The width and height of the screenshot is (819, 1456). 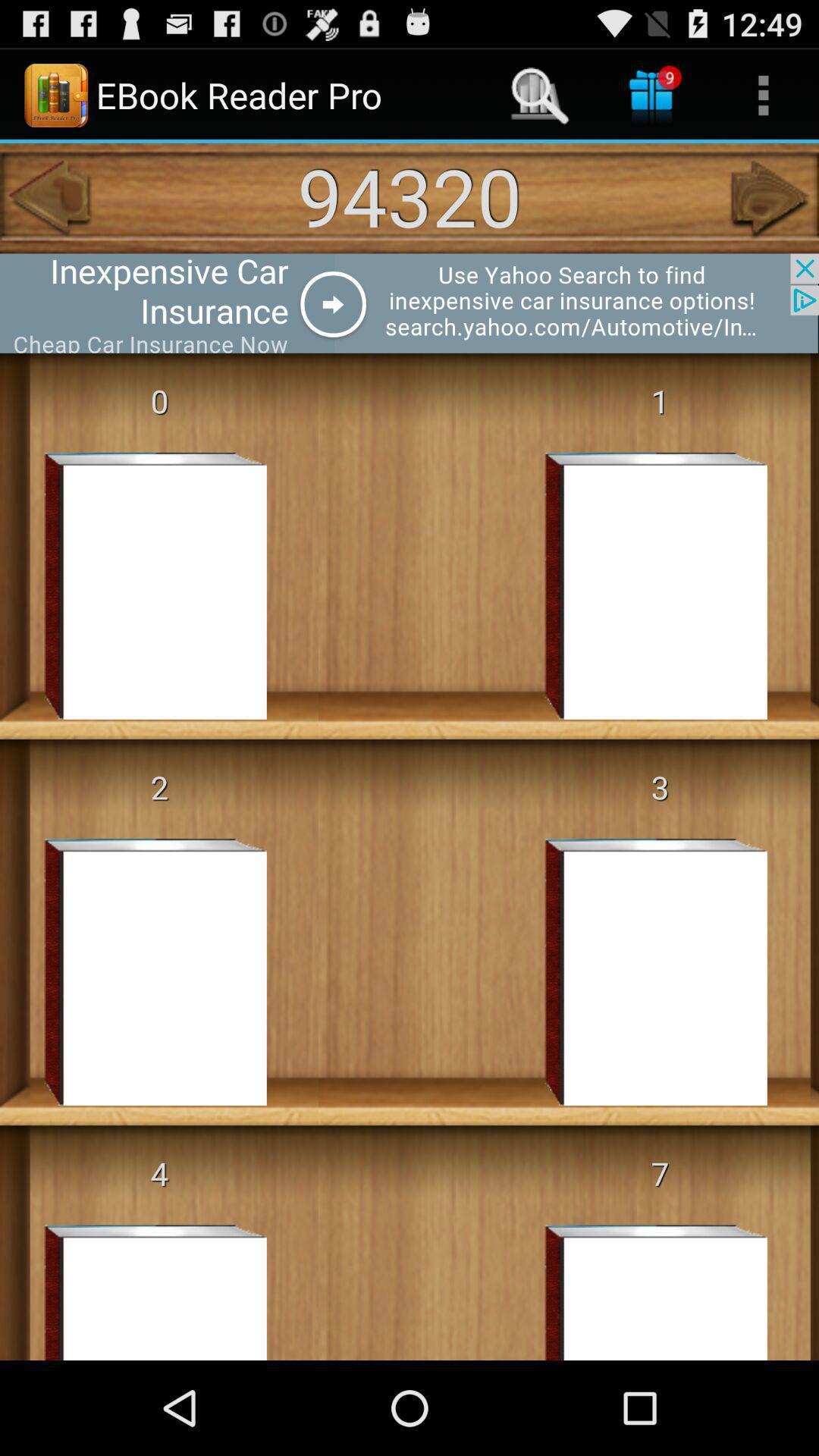 I want to click on the icon to the right of the 94320 icon, so click(x=771, y=197).